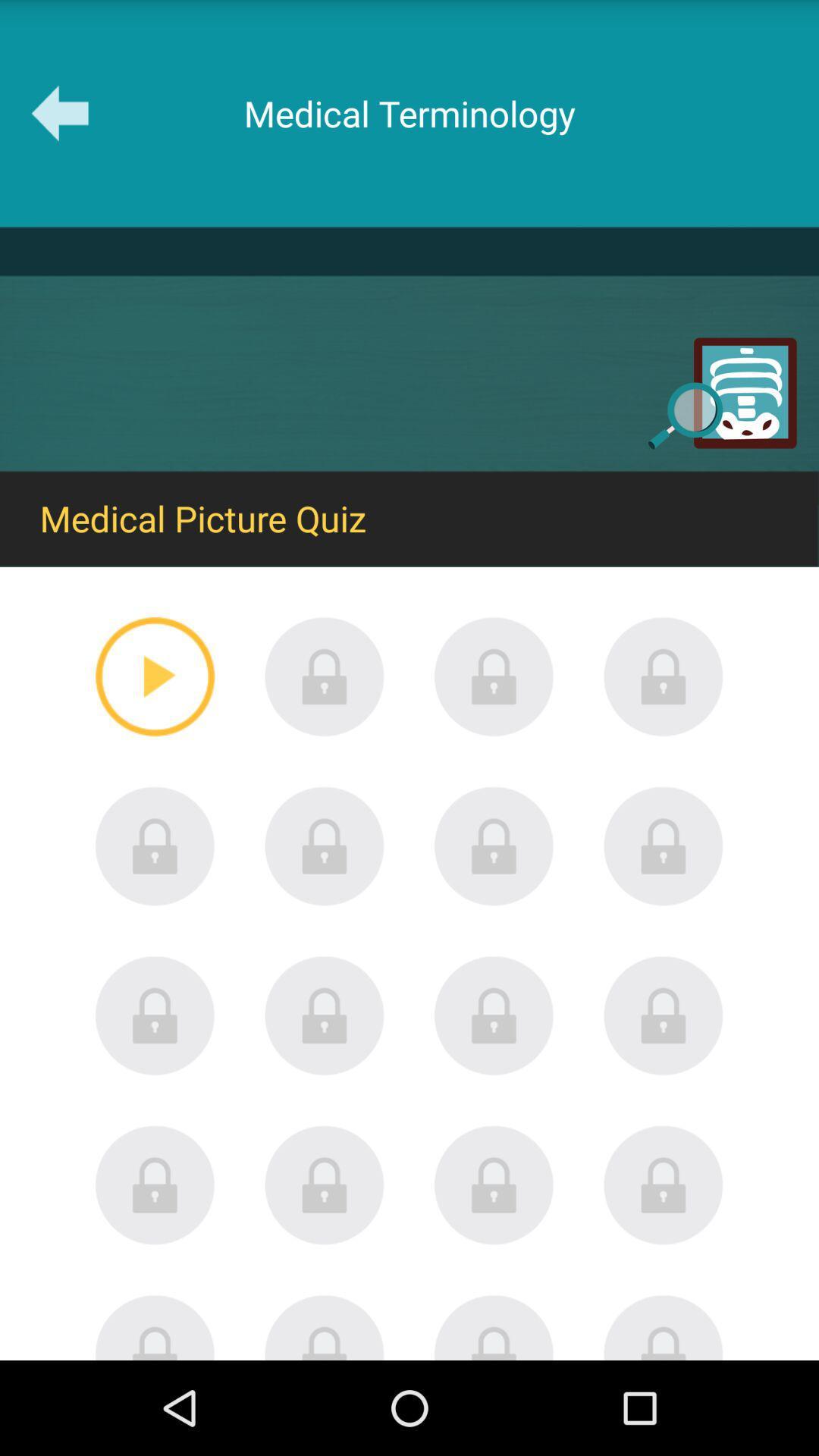 The height and width of the screenshot is (1456, 819). I want to click on secured link, so click(494, 846).